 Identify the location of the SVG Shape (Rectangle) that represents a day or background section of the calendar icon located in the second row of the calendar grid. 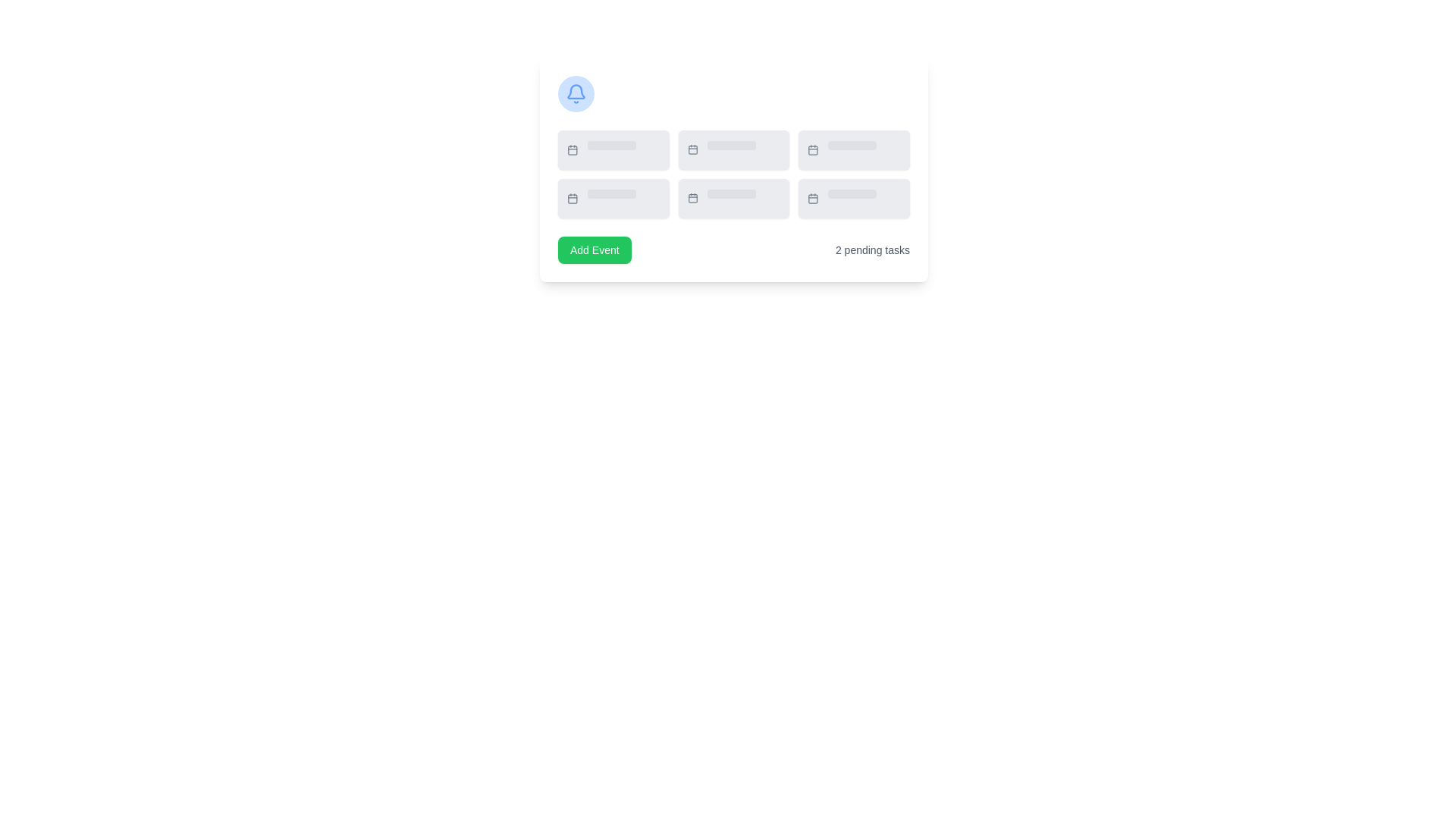
(692, 198).